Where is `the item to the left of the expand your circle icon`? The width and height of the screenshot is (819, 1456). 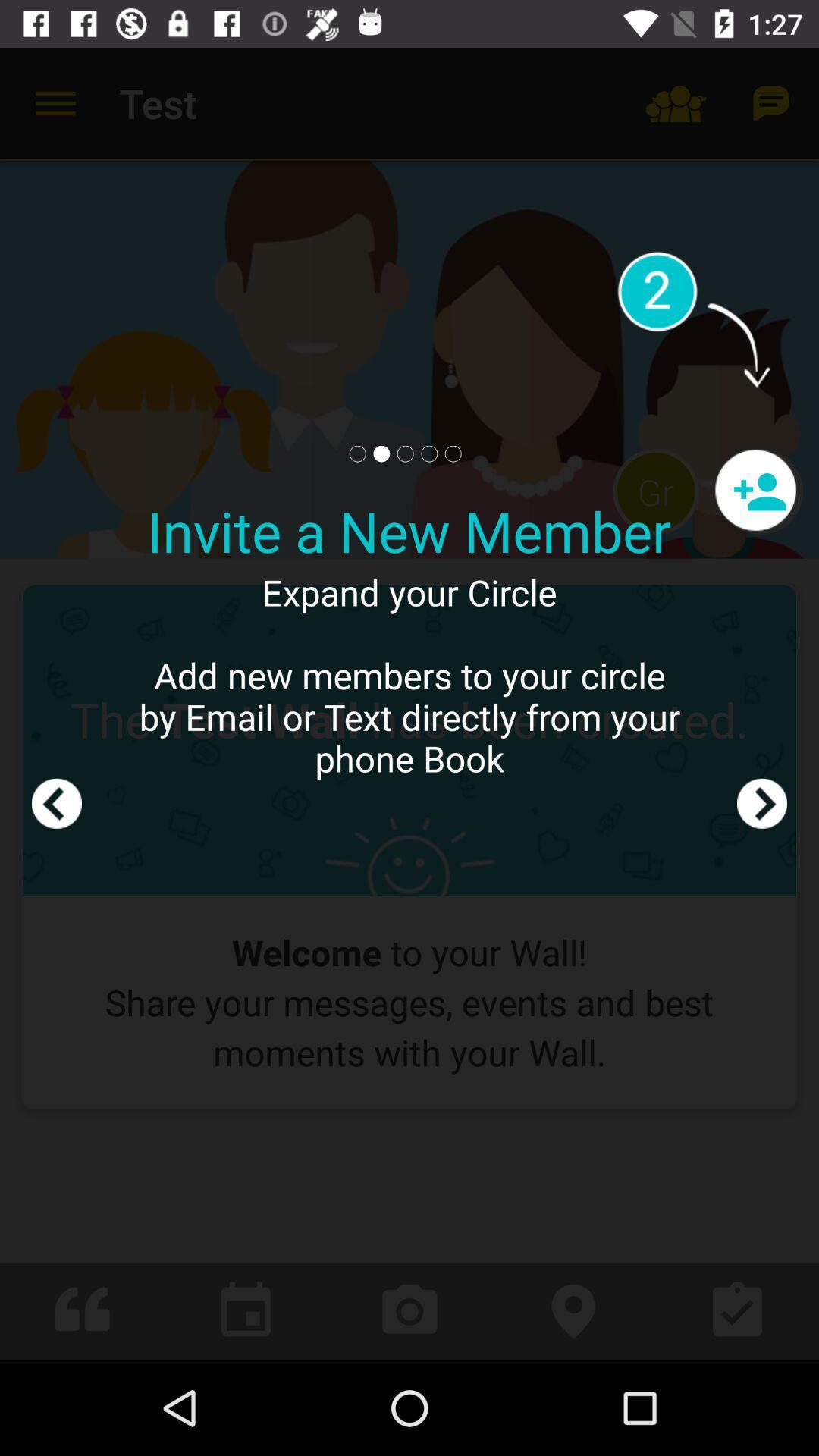 the item to the left of the expand your circle icon is located at coordinates (55, 703).